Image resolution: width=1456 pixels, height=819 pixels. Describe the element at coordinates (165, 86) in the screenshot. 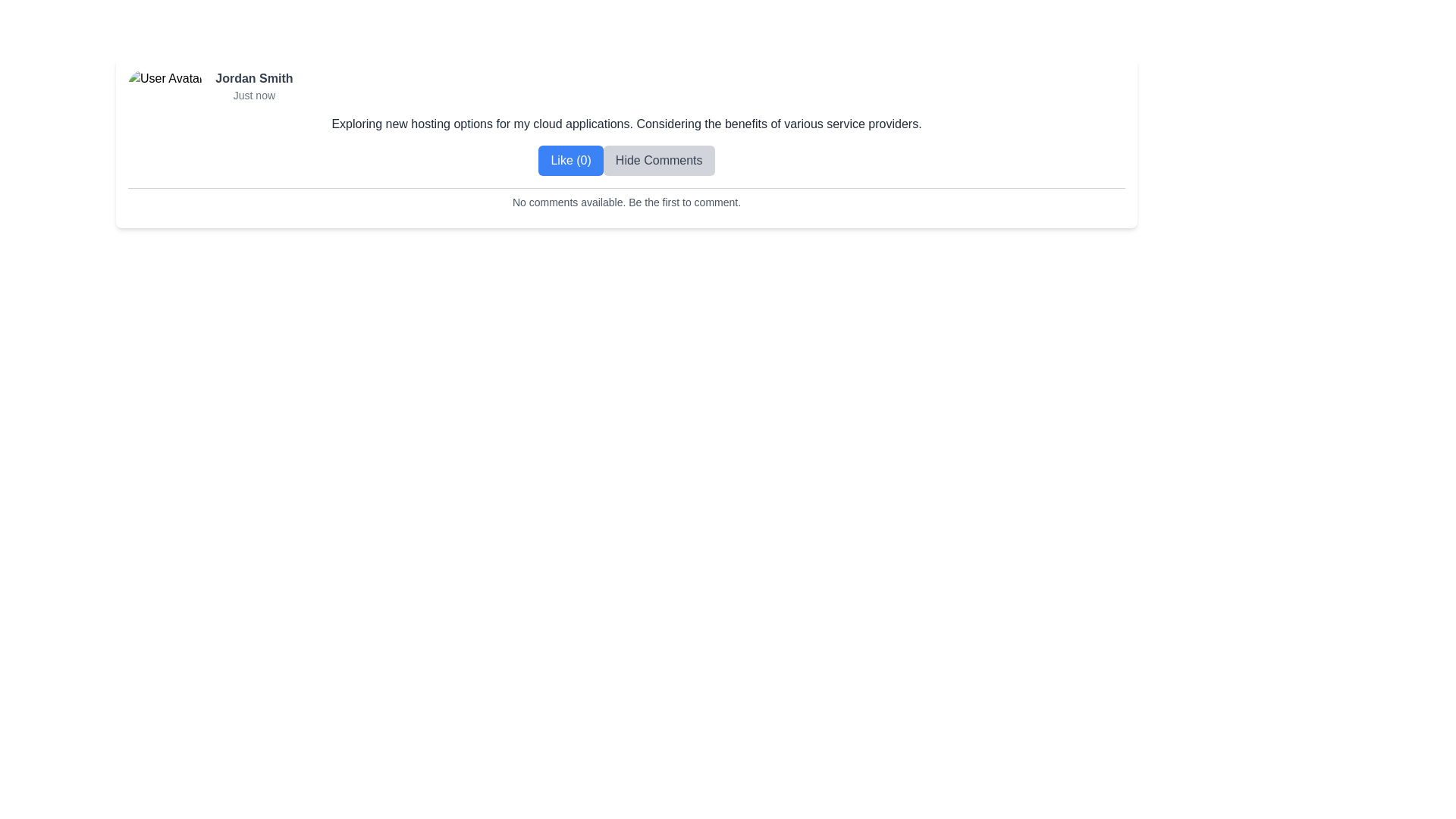

I see `the circular user avatar image located at the top-left corner of the horizontal panel` at that location.